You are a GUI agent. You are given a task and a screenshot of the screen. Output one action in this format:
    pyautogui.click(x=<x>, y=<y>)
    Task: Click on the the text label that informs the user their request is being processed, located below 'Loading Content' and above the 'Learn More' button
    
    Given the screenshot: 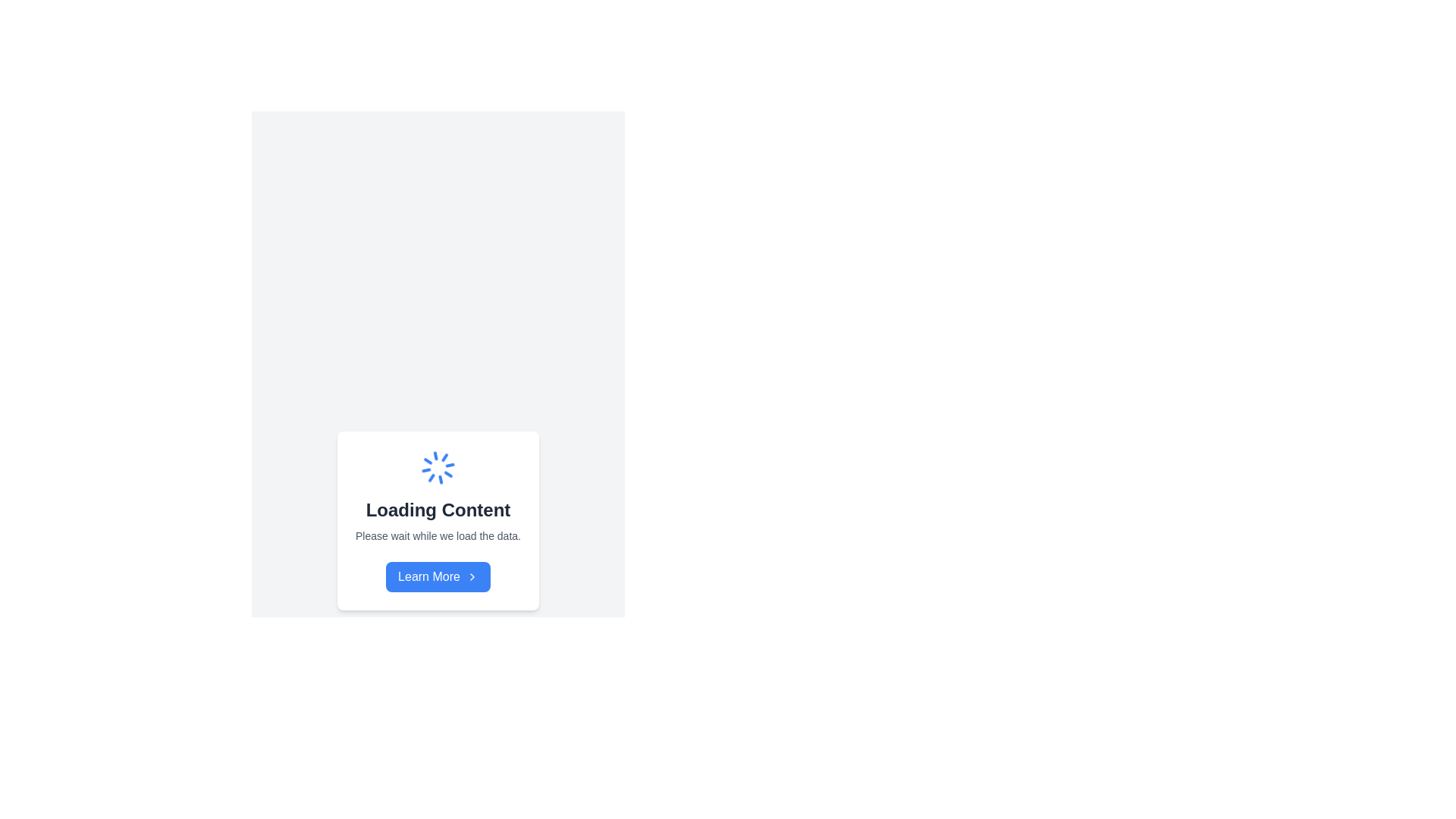 What is the action you would take?
    pyautogui.click(x=437, y=535)
    